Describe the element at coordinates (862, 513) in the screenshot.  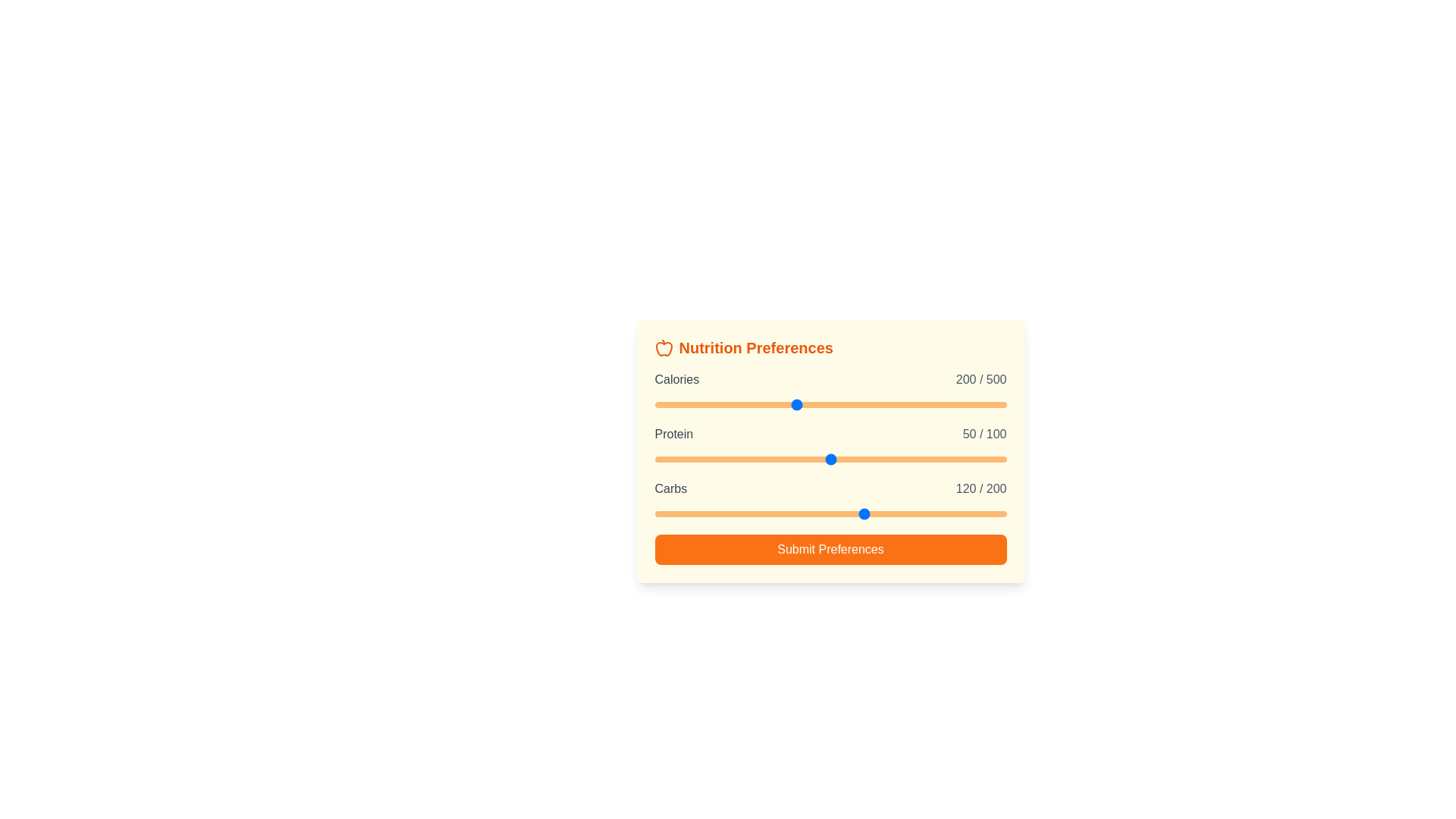
I see `the carbohydrate intake value` at that location.